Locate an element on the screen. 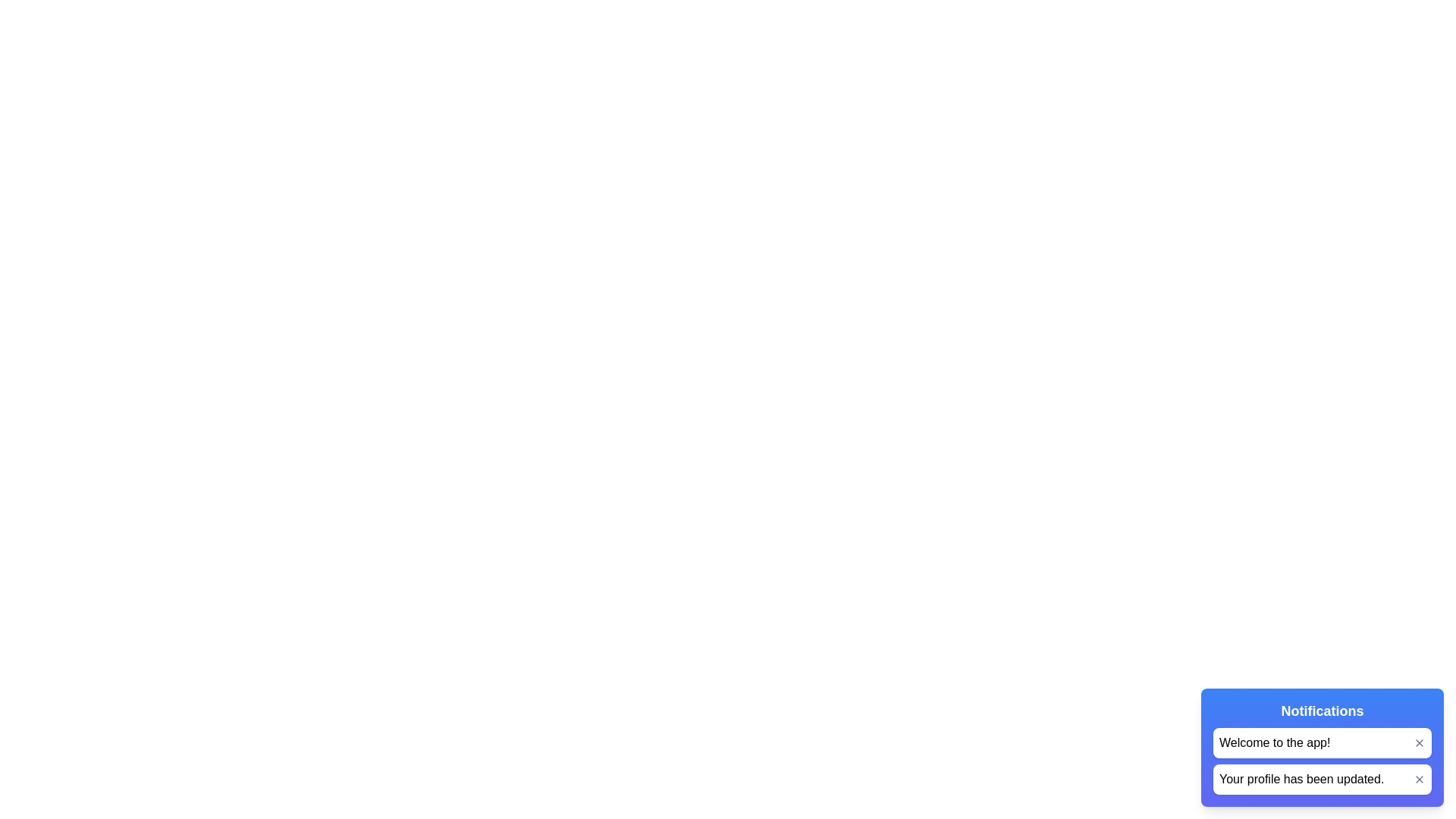  the static text label displaying 'Welcome to the app!' which is centered in a notification card at the bottom-right corner of the interface is located at coordinates (1274, 742).